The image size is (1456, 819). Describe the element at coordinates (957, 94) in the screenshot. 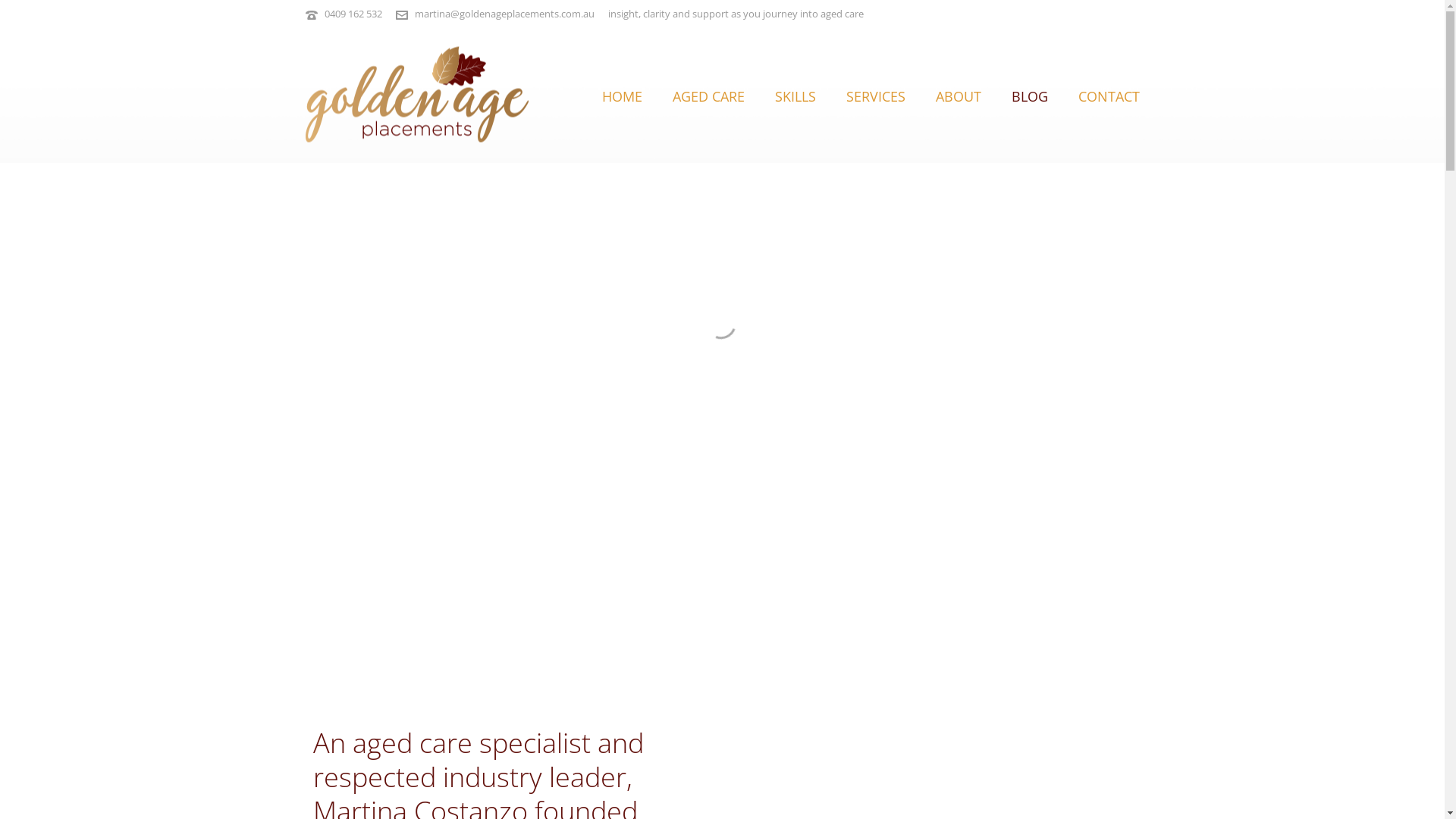

I see `'ABOUT'` at that location.